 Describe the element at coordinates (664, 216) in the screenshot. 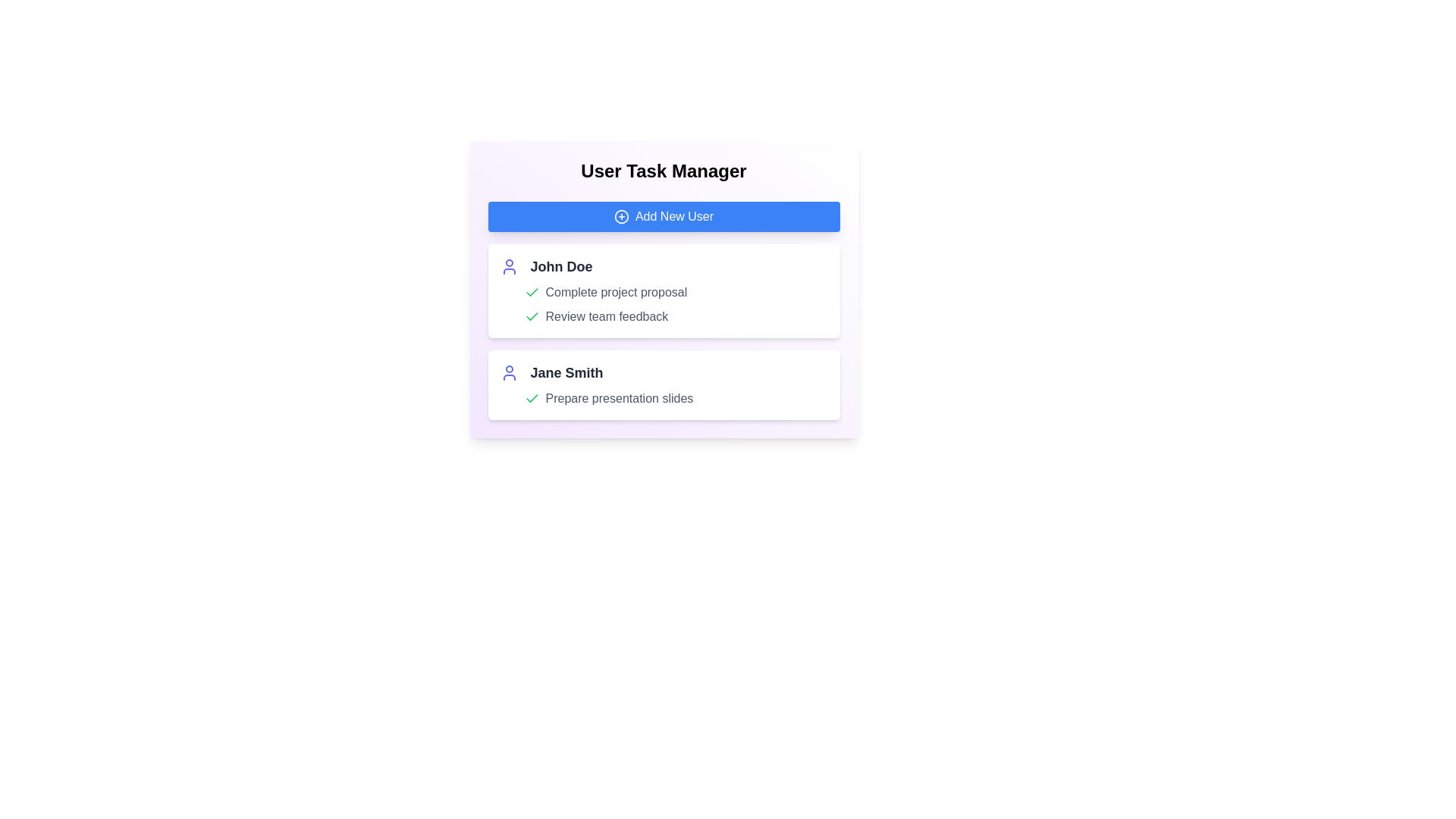

I see `'Add New User' button to add a new user to the list` at that location.